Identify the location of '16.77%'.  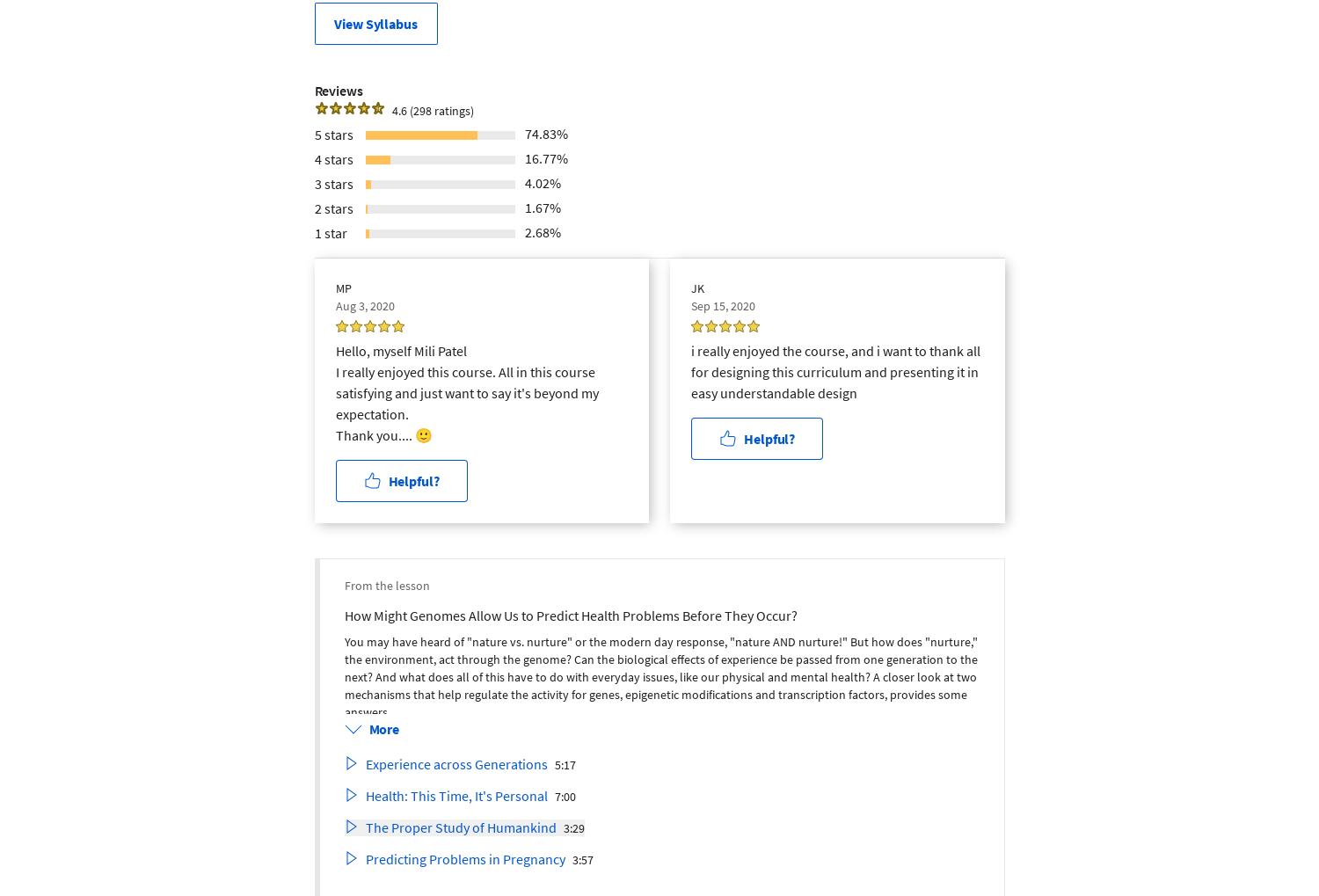
(544, 157).